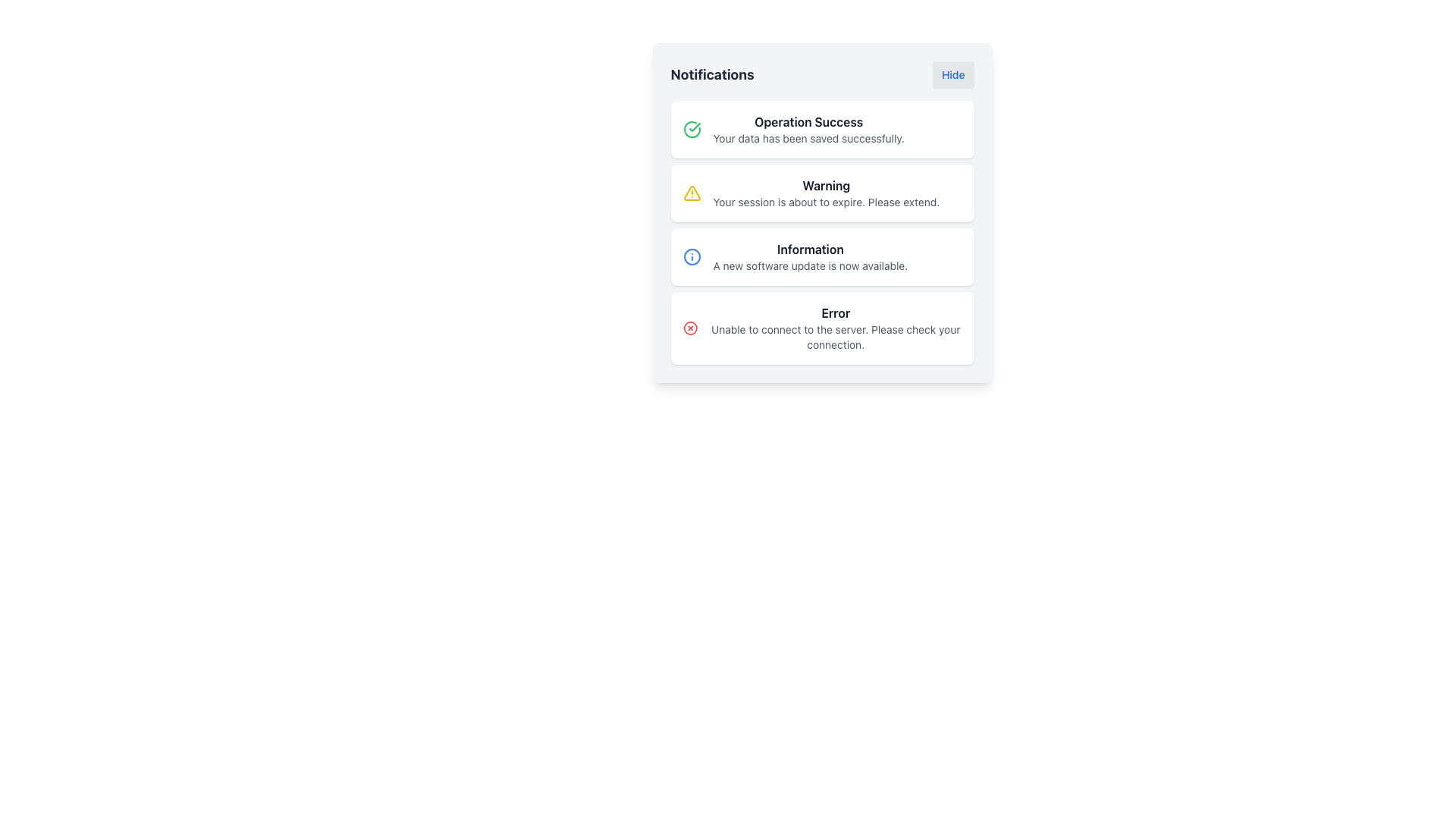  Describe the element at coordinates (691, 128) in the screenshot. I see `the success status icon located to the left of the text 'Operation Success Your data has been saved successfully.' in the first entry of the notification list` at that location.